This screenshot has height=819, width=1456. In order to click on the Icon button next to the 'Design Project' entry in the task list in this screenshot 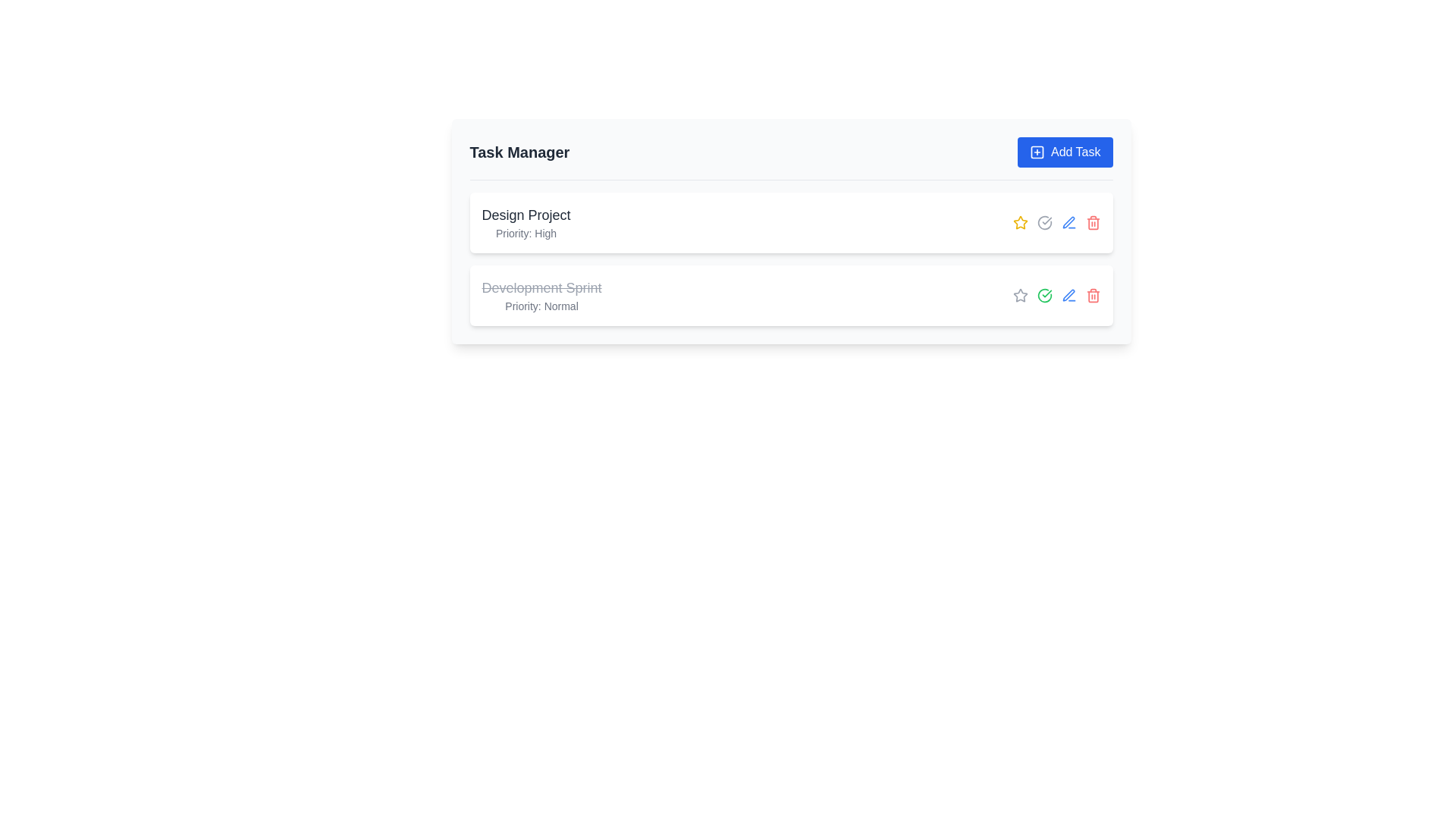, I will do `click(1020, 295)`.